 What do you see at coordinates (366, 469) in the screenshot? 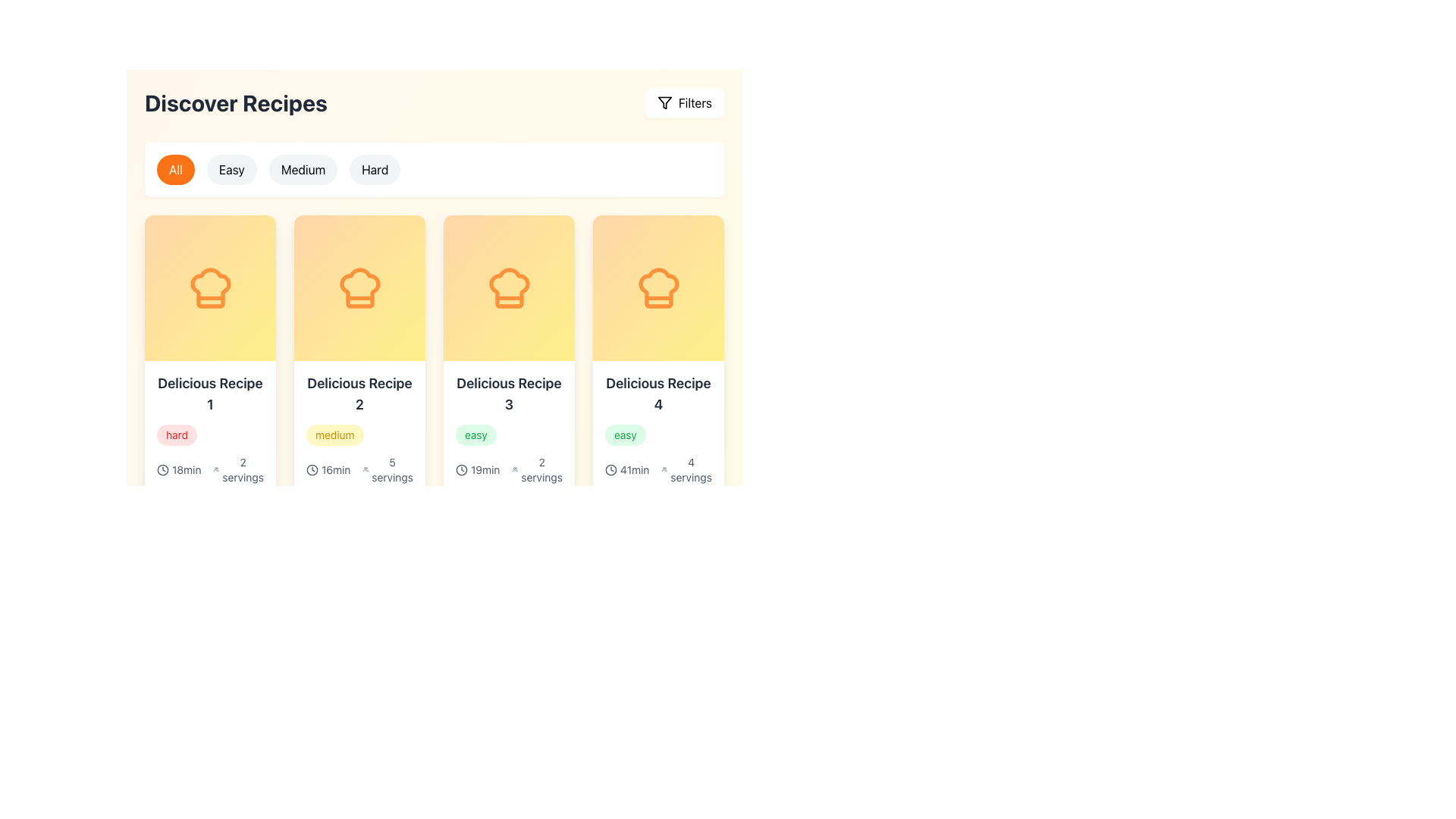
I see `the serving size icon located to the left of the text '5 servings' in the second card labeled 'Delicious Recipe 2', positioned near the bottom of the card` at bounding box center [366, 469].